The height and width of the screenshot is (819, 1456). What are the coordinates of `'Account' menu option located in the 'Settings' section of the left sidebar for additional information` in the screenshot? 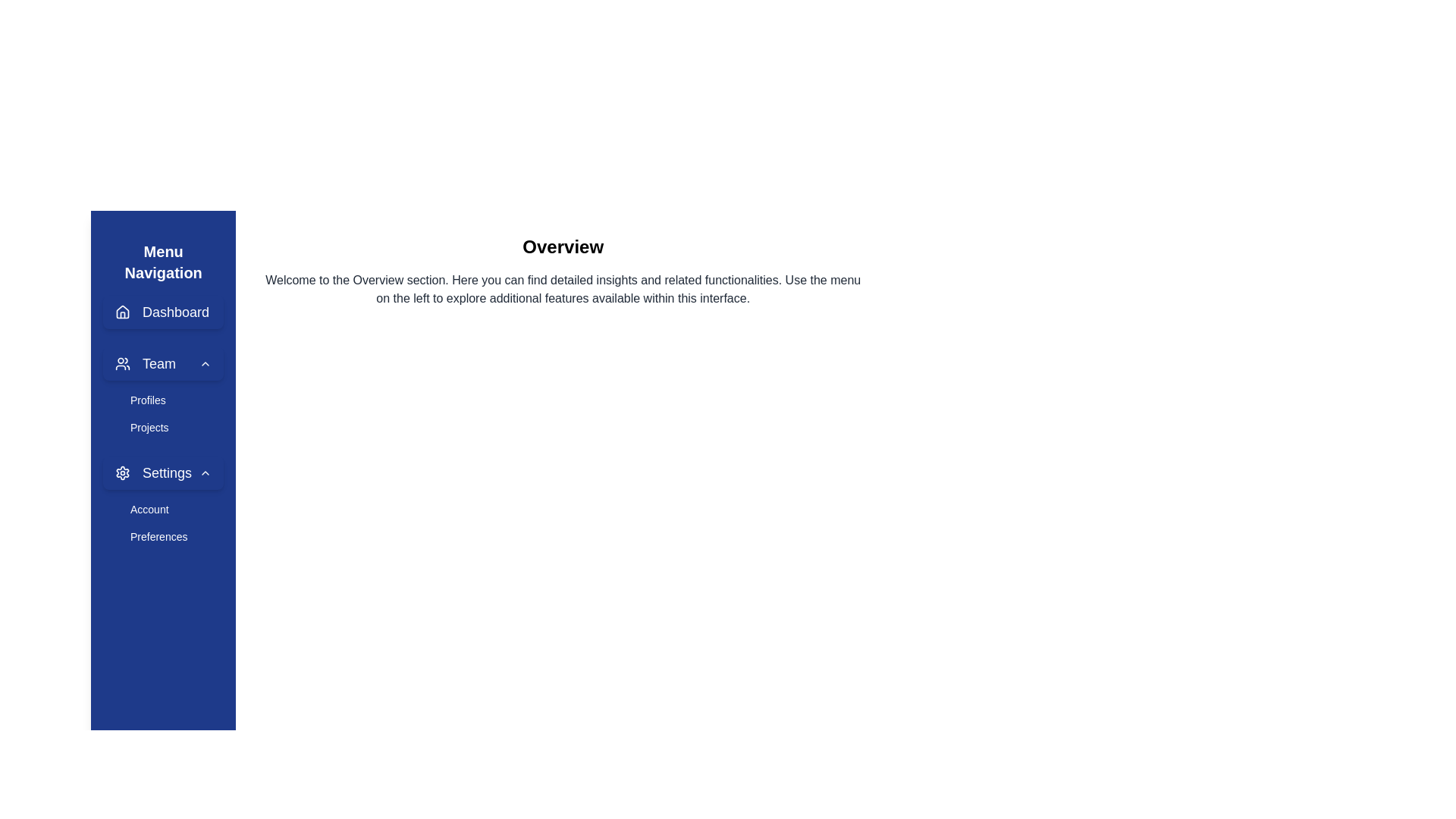 It's located at (163, 502).